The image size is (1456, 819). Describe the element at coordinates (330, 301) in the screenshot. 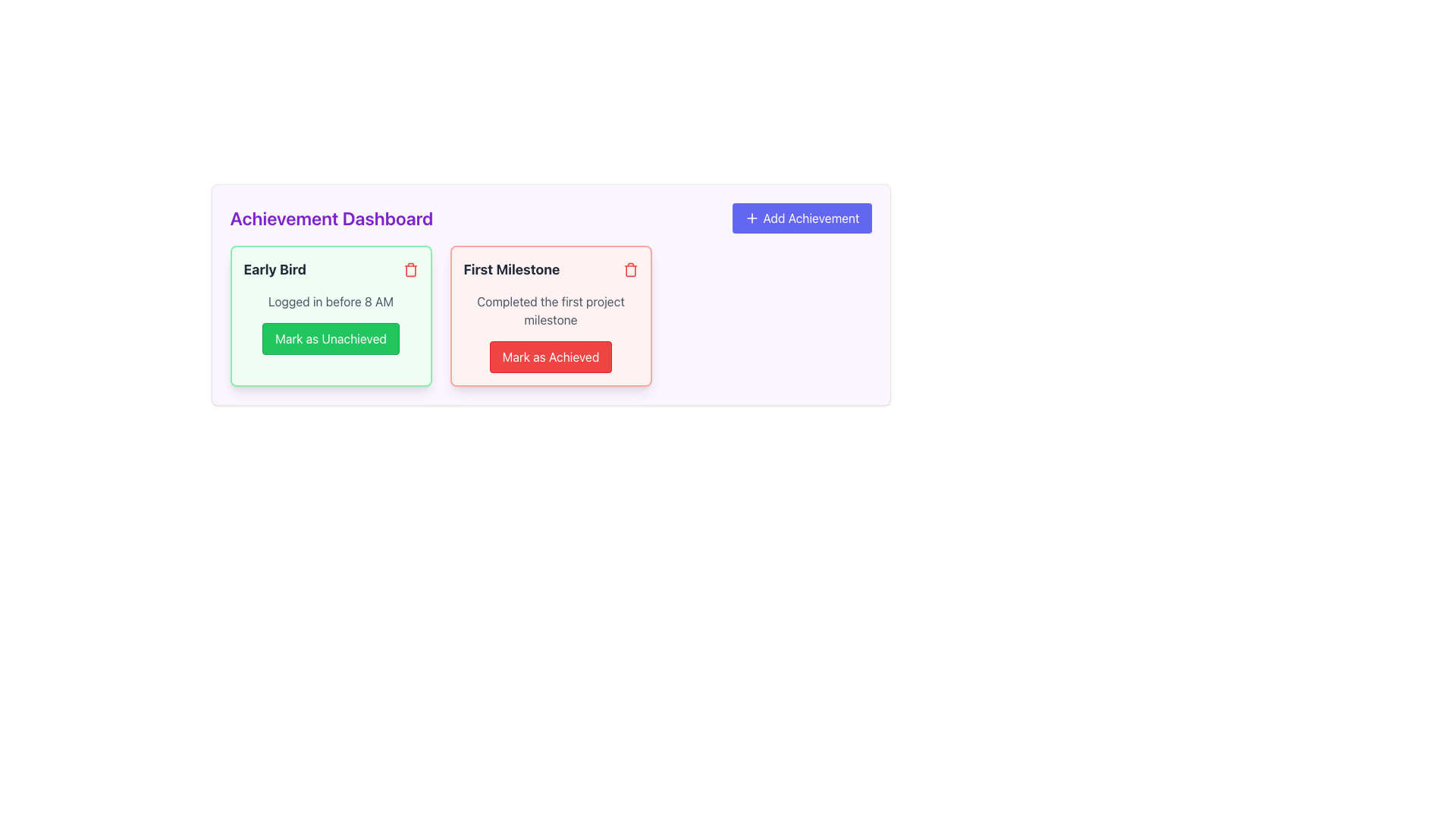

I see `the static text label displaying 'Logged in before 8 AM', which is located within the 'Early Bird' achievement card, positioned between the title 'Early Bird' and the button 'Mark as Unachieved'` at that location.